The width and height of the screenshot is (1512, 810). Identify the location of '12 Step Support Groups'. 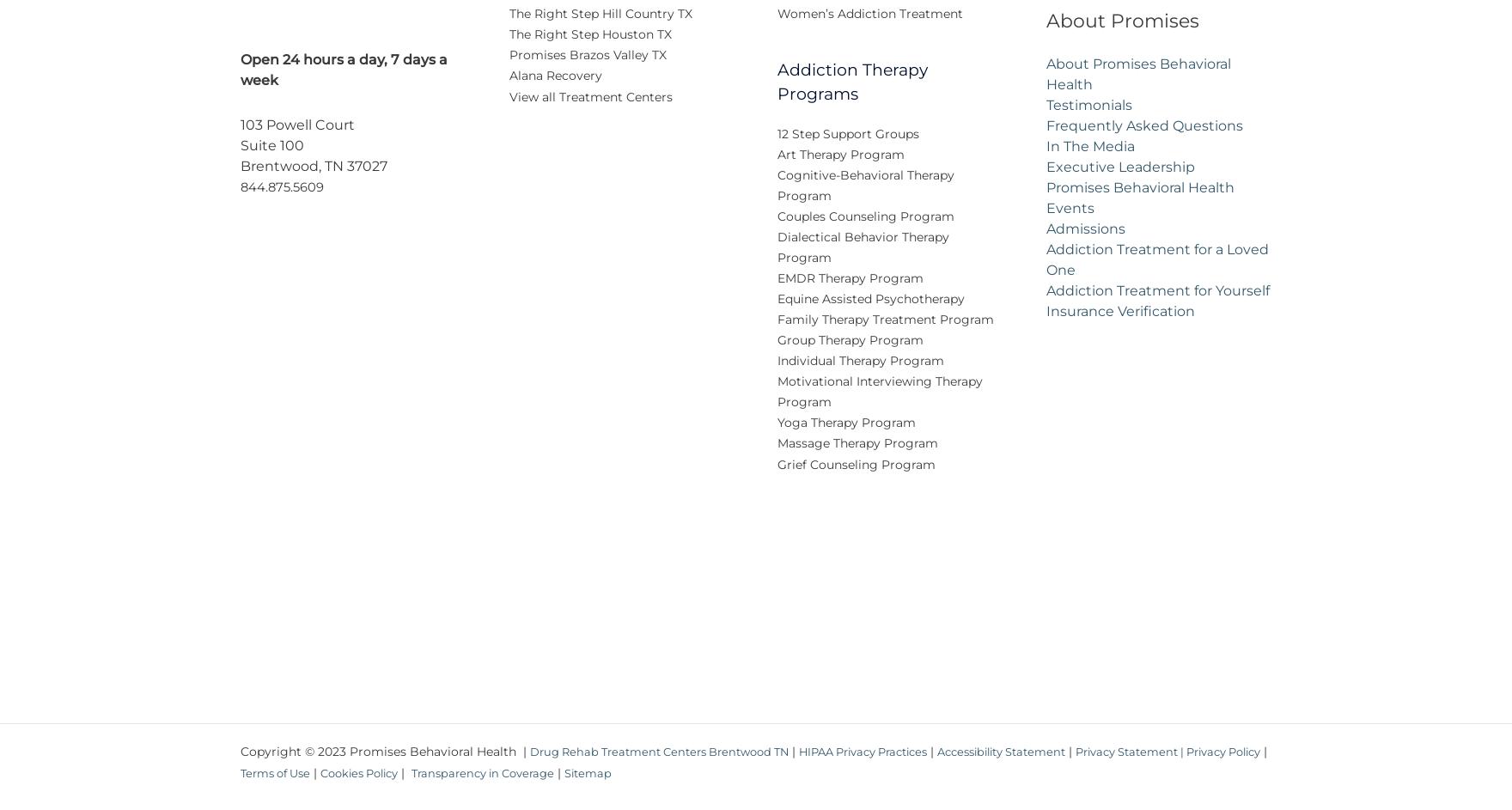
(848, 143).